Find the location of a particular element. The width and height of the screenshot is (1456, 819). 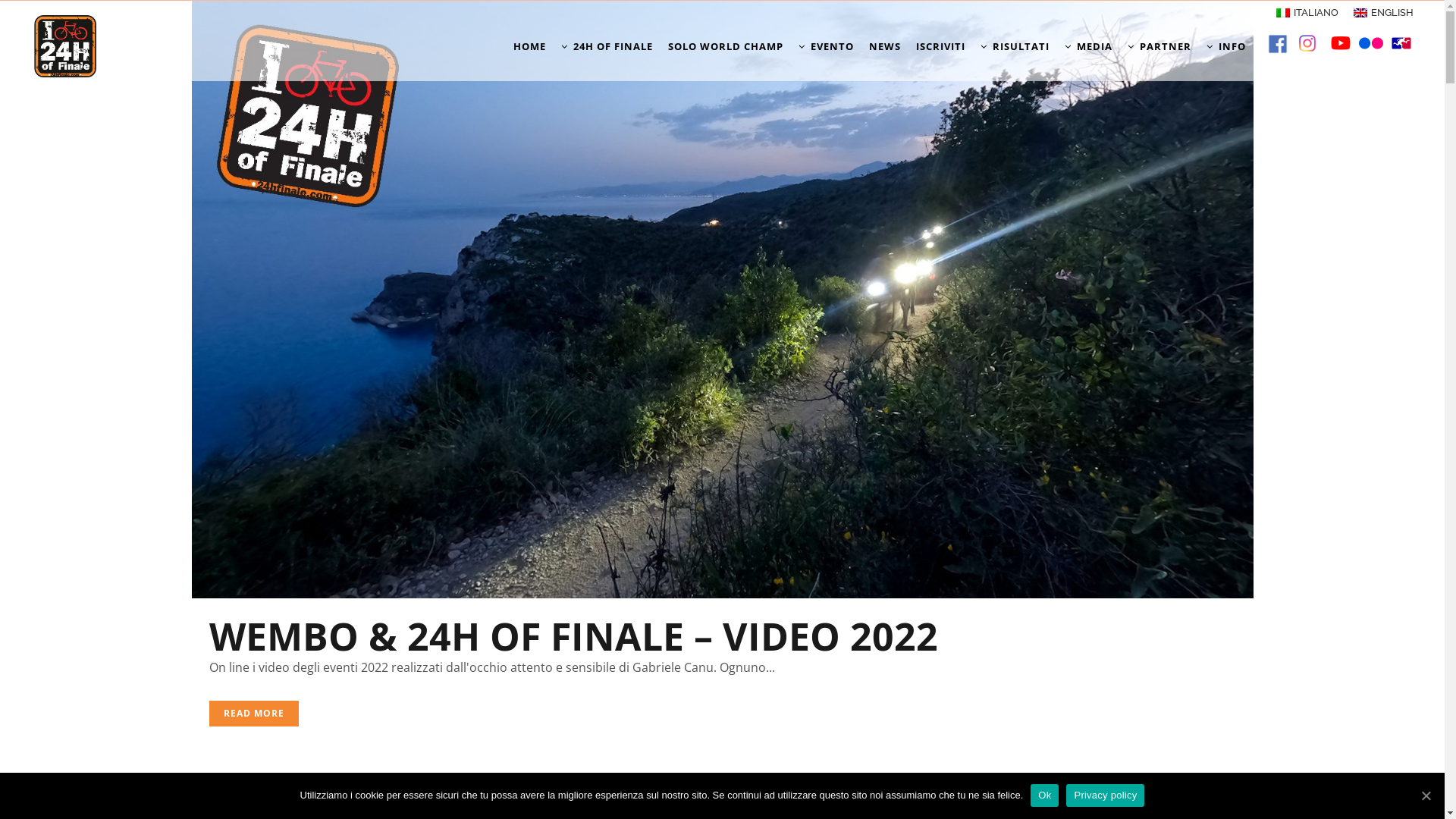

'facebook' is located at coordinates (1276, 42).